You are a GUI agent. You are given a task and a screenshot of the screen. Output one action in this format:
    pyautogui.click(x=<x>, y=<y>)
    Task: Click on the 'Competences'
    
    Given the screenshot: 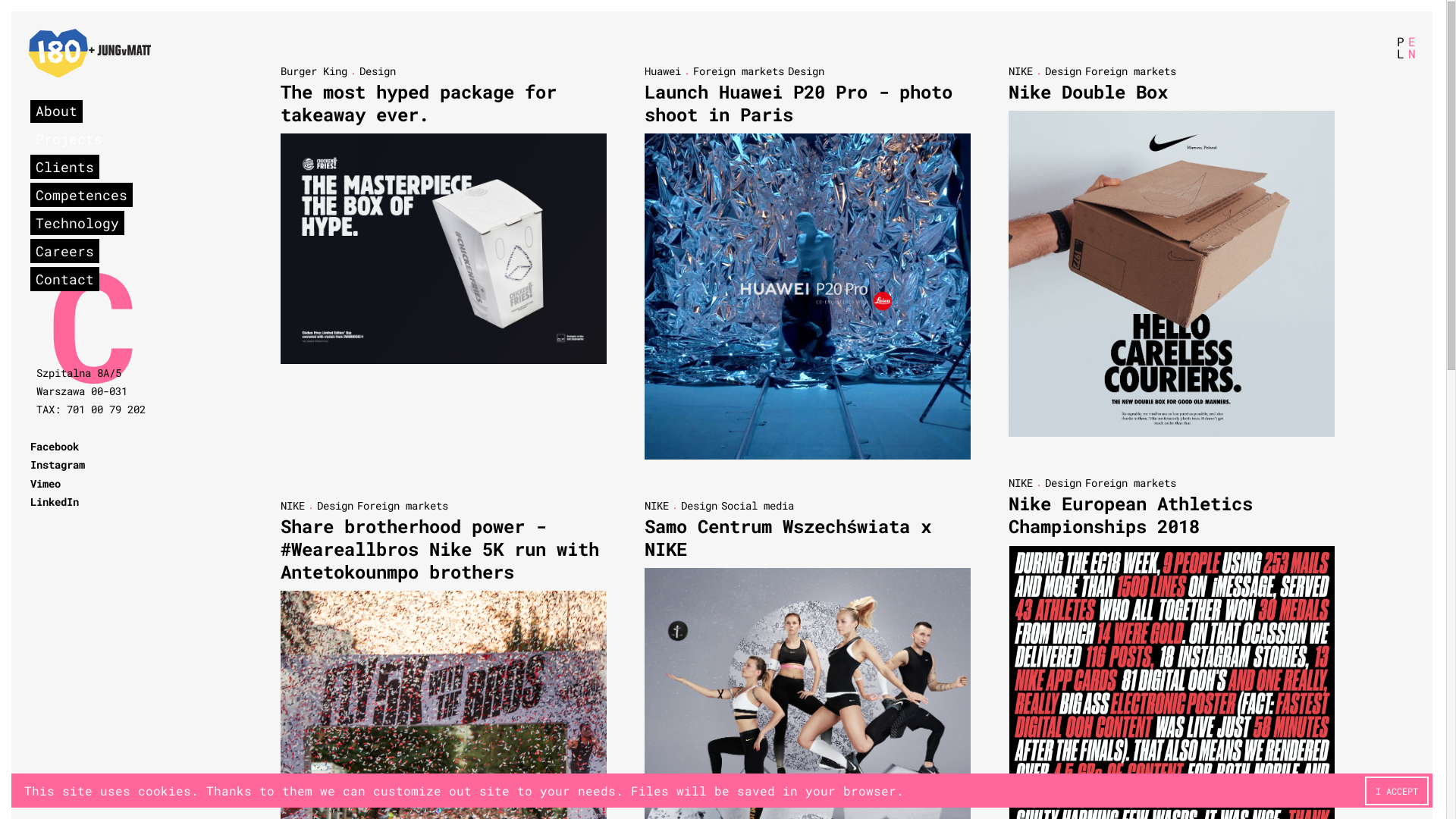 What is the action you would take?
    pyautogui.click(x=80, y=195)
    